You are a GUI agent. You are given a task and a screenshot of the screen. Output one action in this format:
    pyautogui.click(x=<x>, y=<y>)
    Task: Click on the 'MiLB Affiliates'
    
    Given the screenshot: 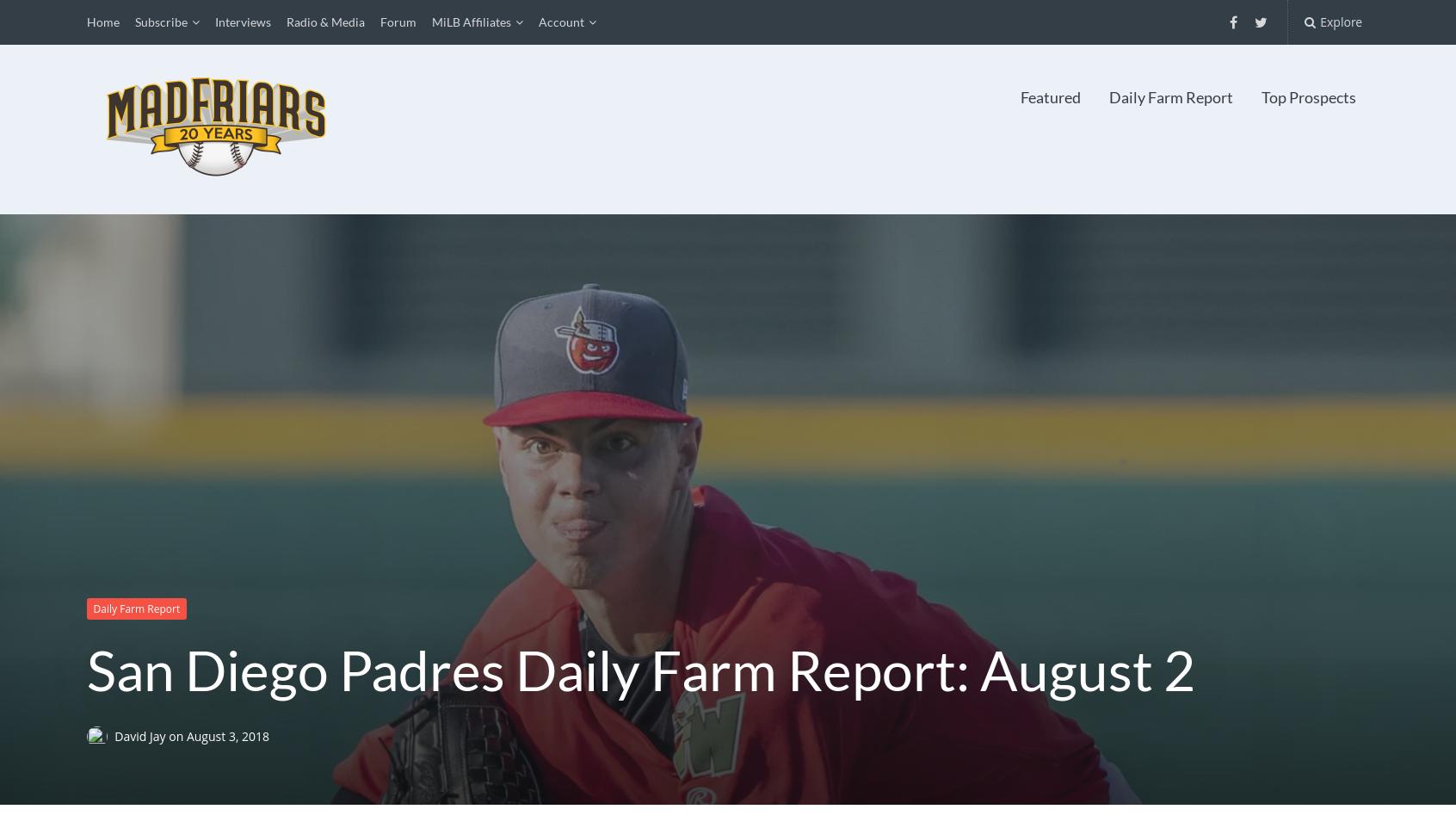 What is the action you would take?
    pyautogui.click(x=471, y=22)
    